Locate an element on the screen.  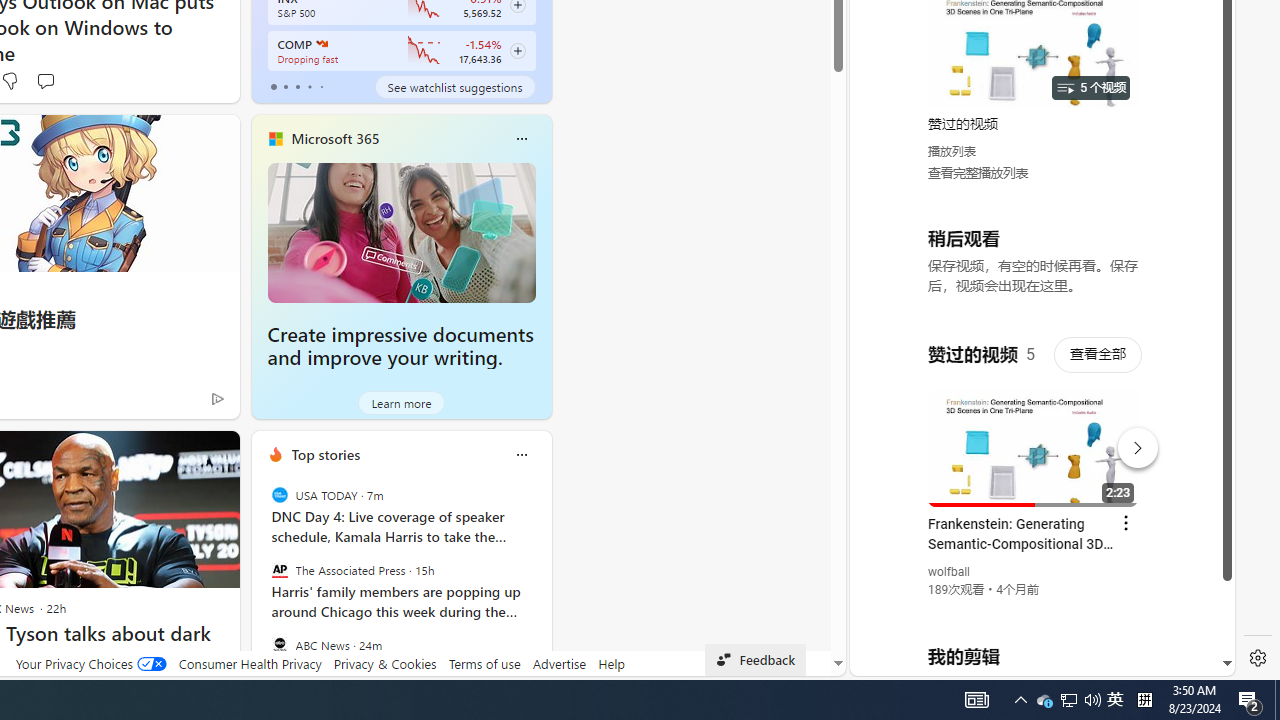
'Terms of use' is located at coordinates (484, 663).